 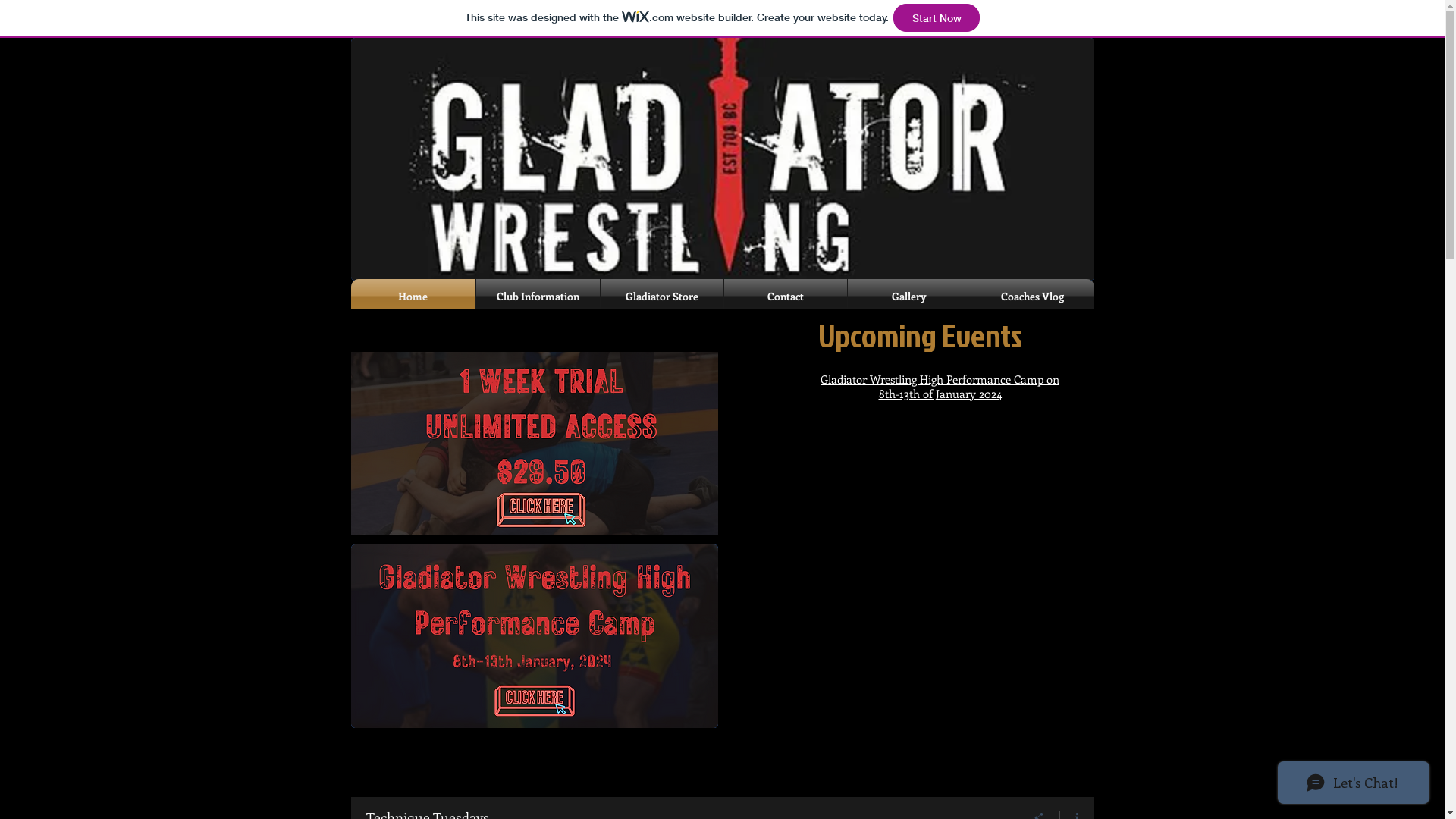 What do you see at coordinates (1031, 296) in the screenshot?
I see `'Coaches Vlog'` at bounding box center [1031, 296].